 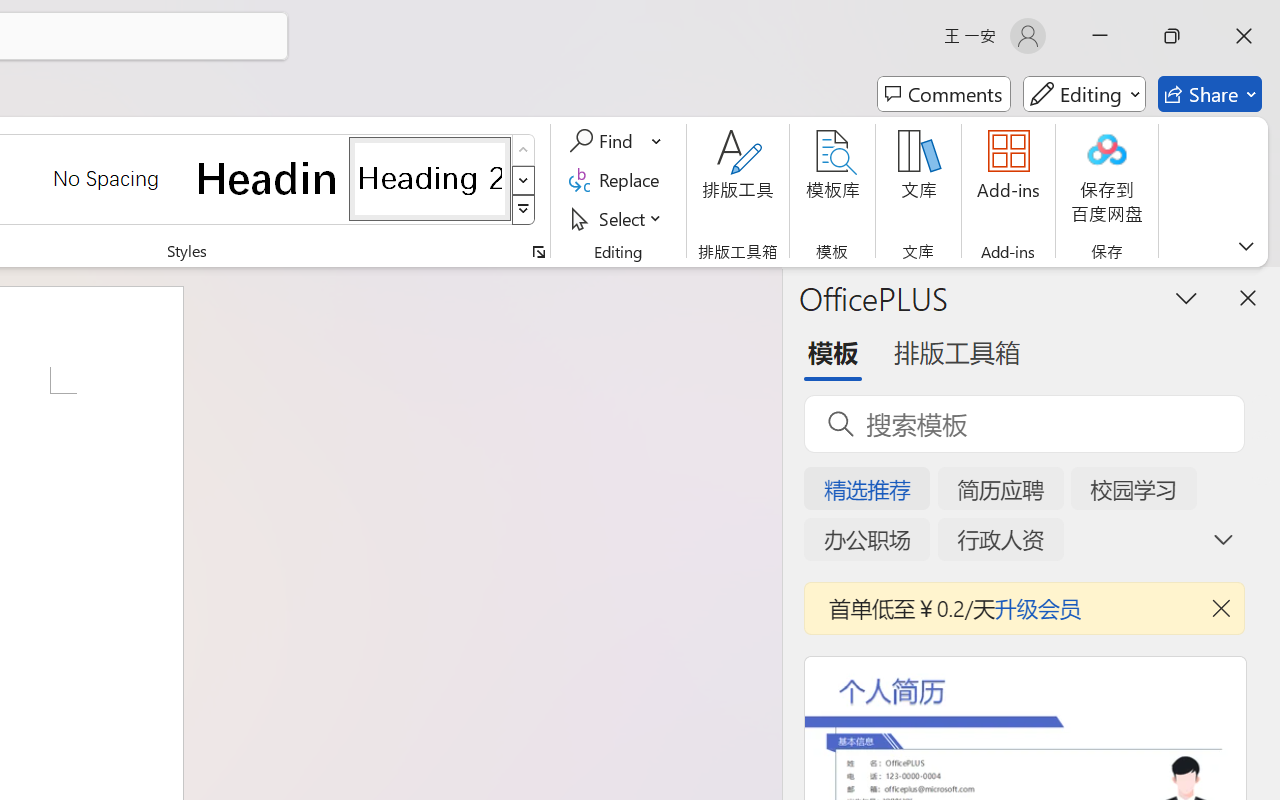 I want to click on 'Class: NetUIImage', so click(x=524, y=210).